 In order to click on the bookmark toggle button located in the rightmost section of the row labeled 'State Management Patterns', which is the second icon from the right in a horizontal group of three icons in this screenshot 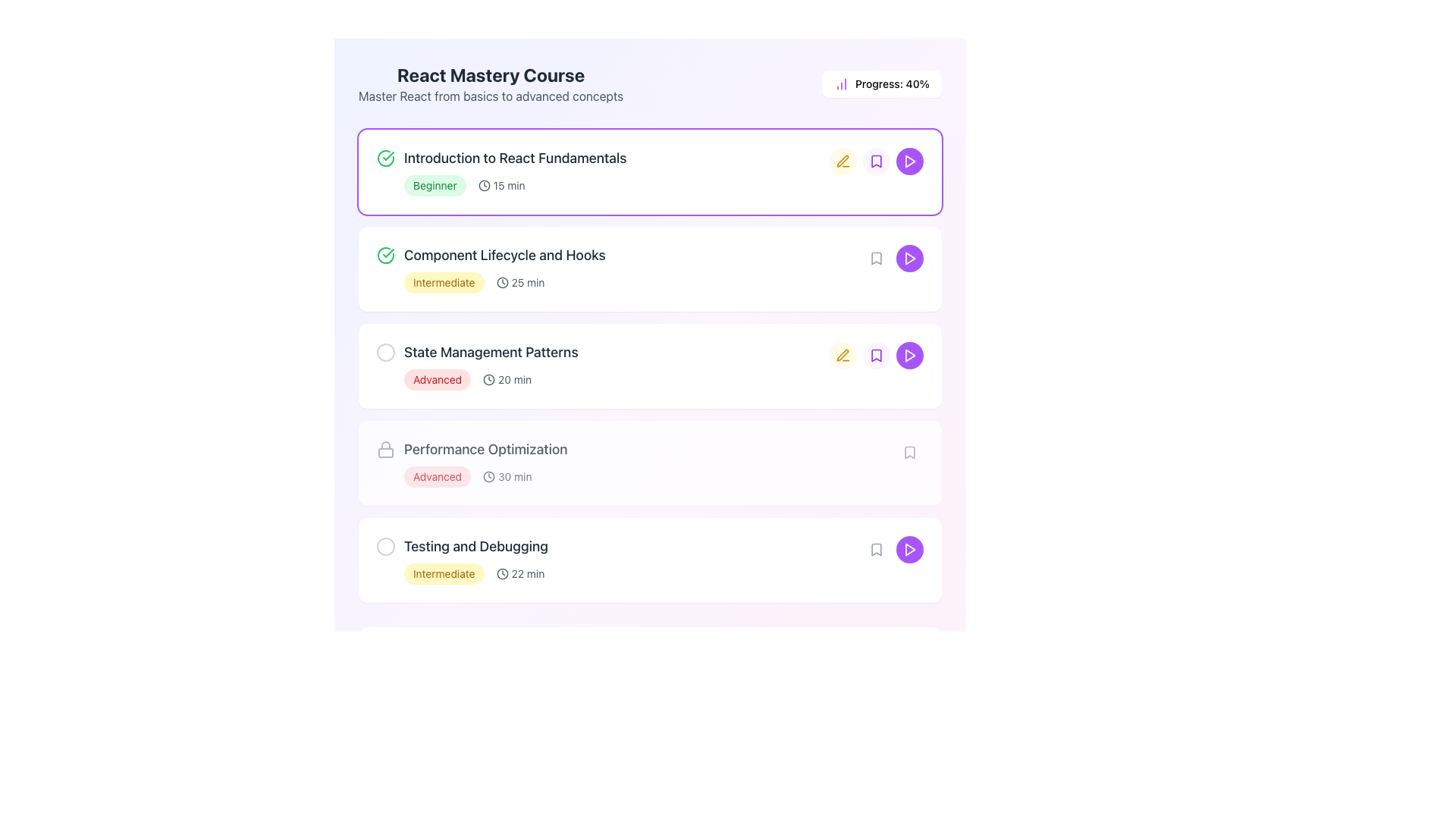, I will do `click(877, 356)`.